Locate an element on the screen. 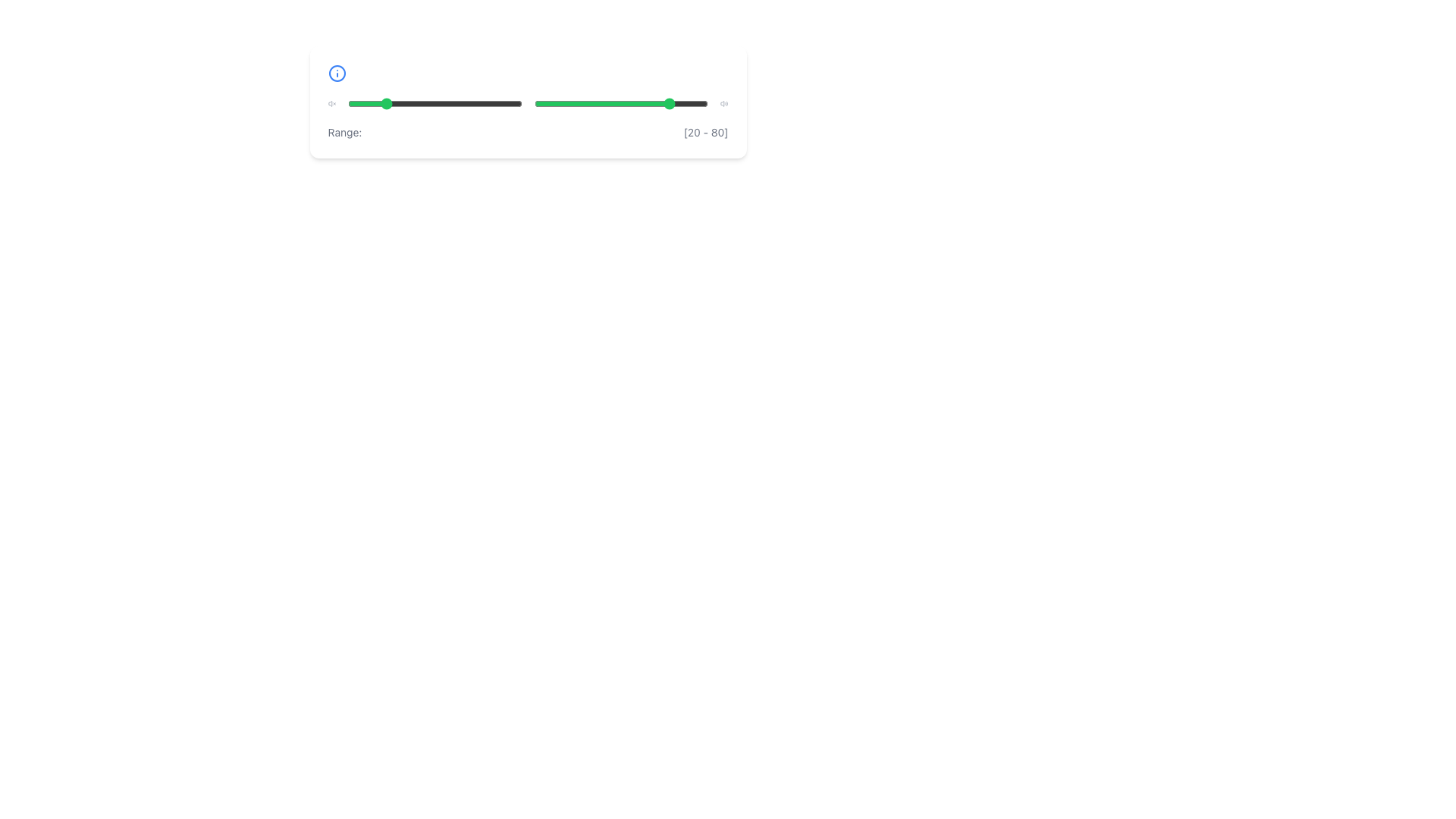 The image size is (1456, 819). the slider is located at coordinates (400, 103).